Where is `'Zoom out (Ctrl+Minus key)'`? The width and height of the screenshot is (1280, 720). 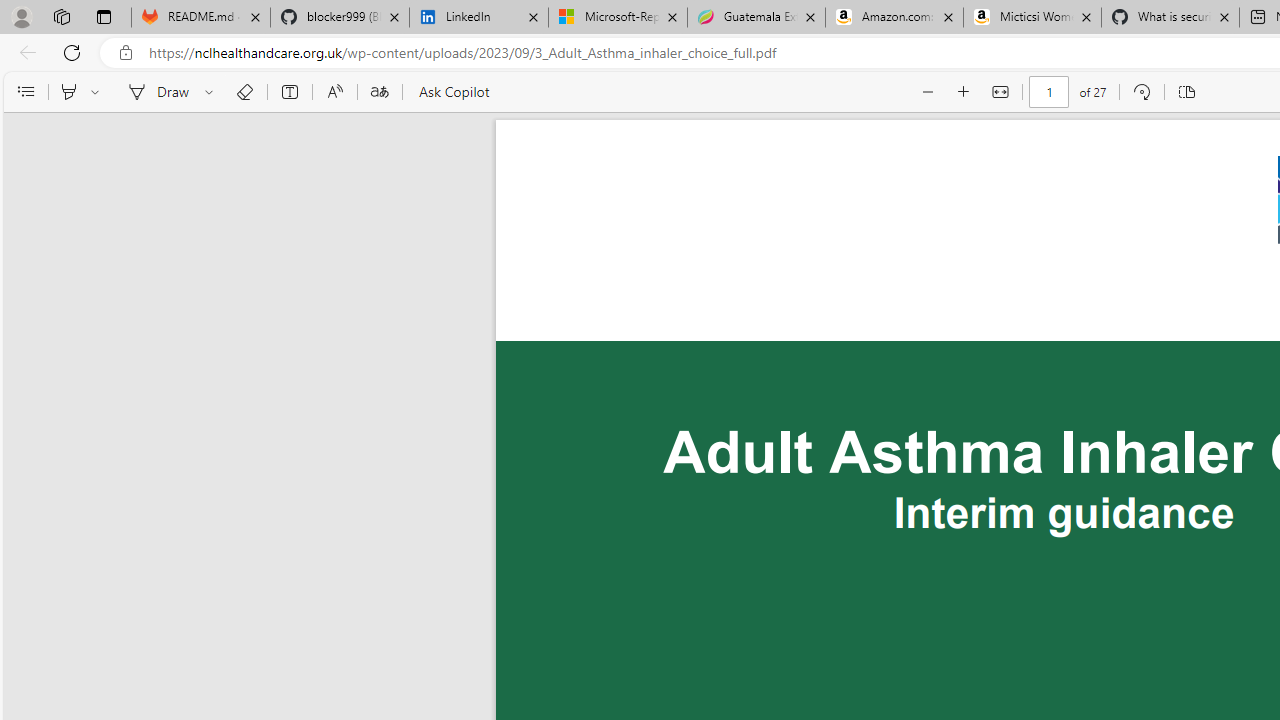 'Zoom out (Ctrl+Minus key)' is located at coordinates (927, 92).